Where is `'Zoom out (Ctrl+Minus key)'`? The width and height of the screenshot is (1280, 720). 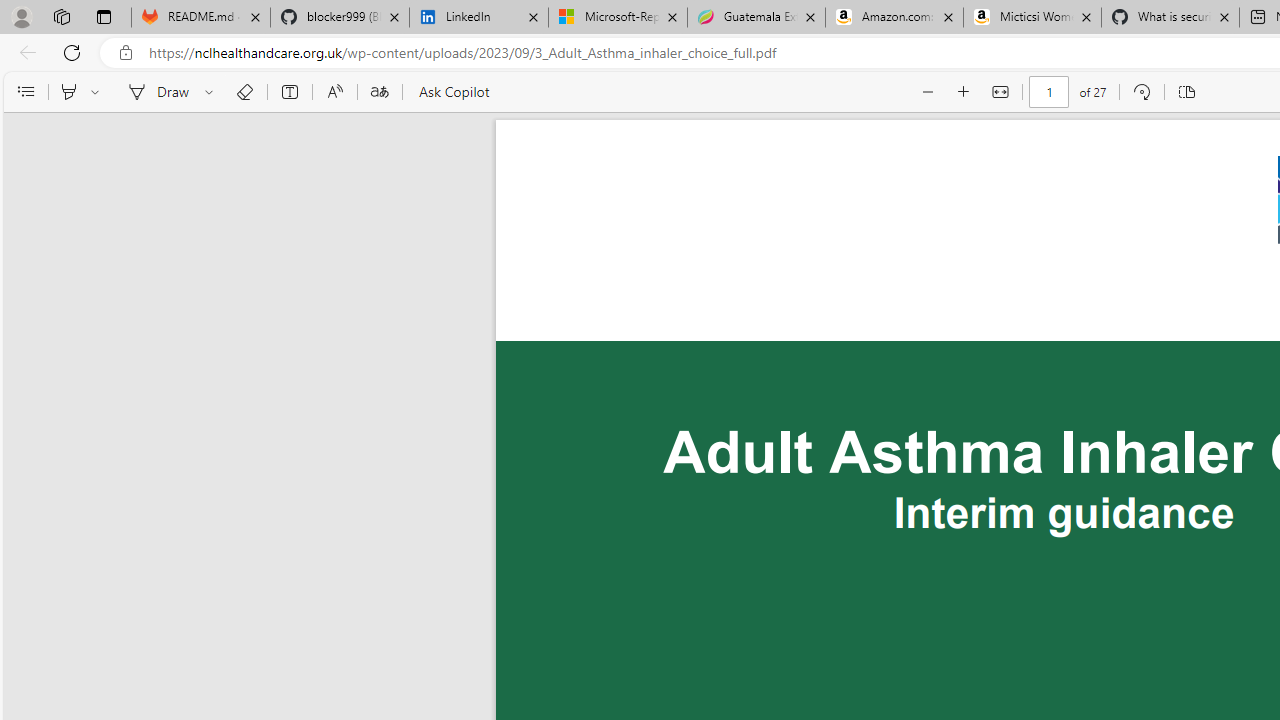 'Zoom out (Ctrl+Minus key)' is located at coordinates (927, 92).